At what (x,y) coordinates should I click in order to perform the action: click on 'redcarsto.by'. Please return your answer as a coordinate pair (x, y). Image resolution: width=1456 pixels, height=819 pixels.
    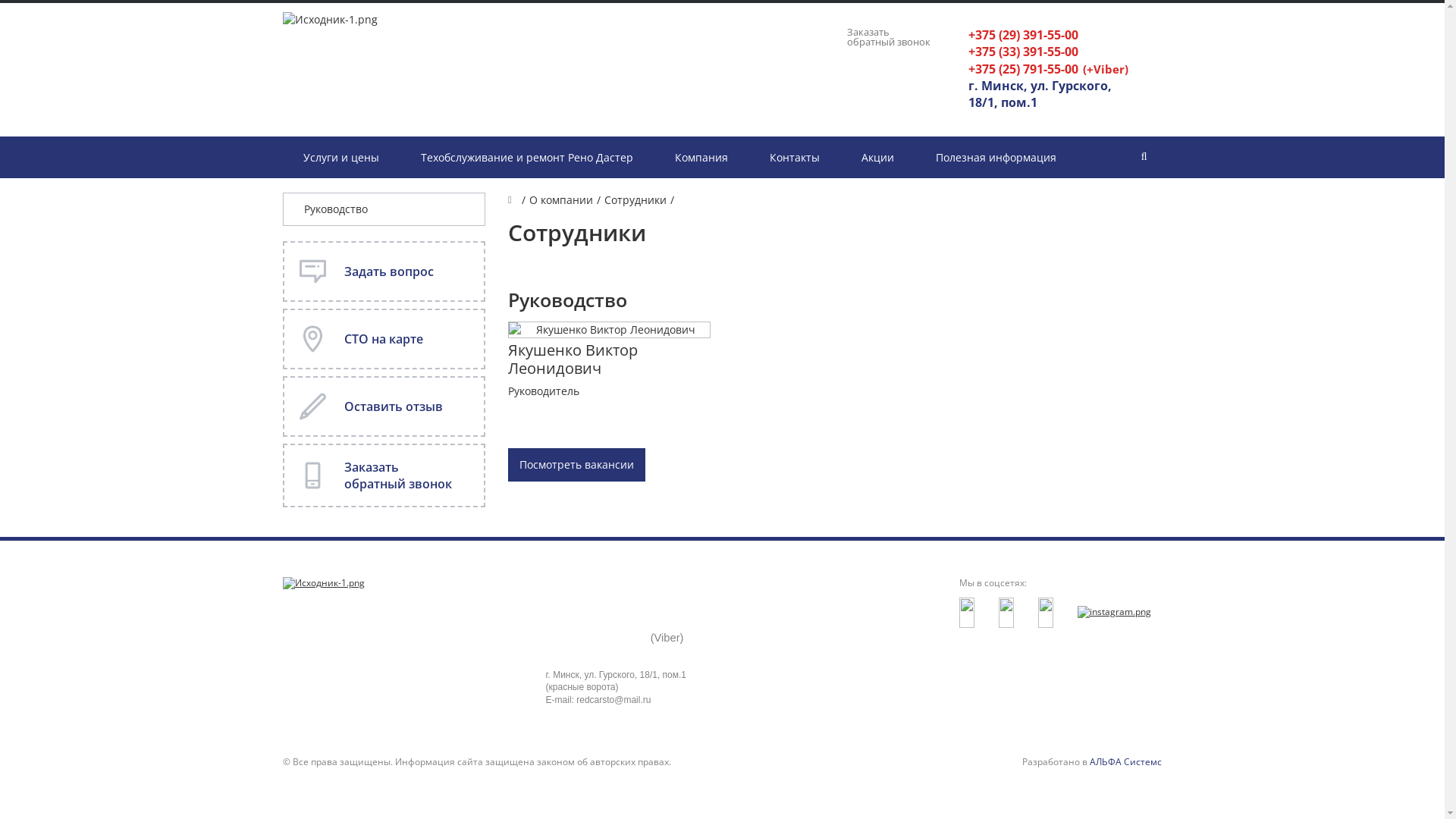
    Looking at the image, I should click on (322, 582).